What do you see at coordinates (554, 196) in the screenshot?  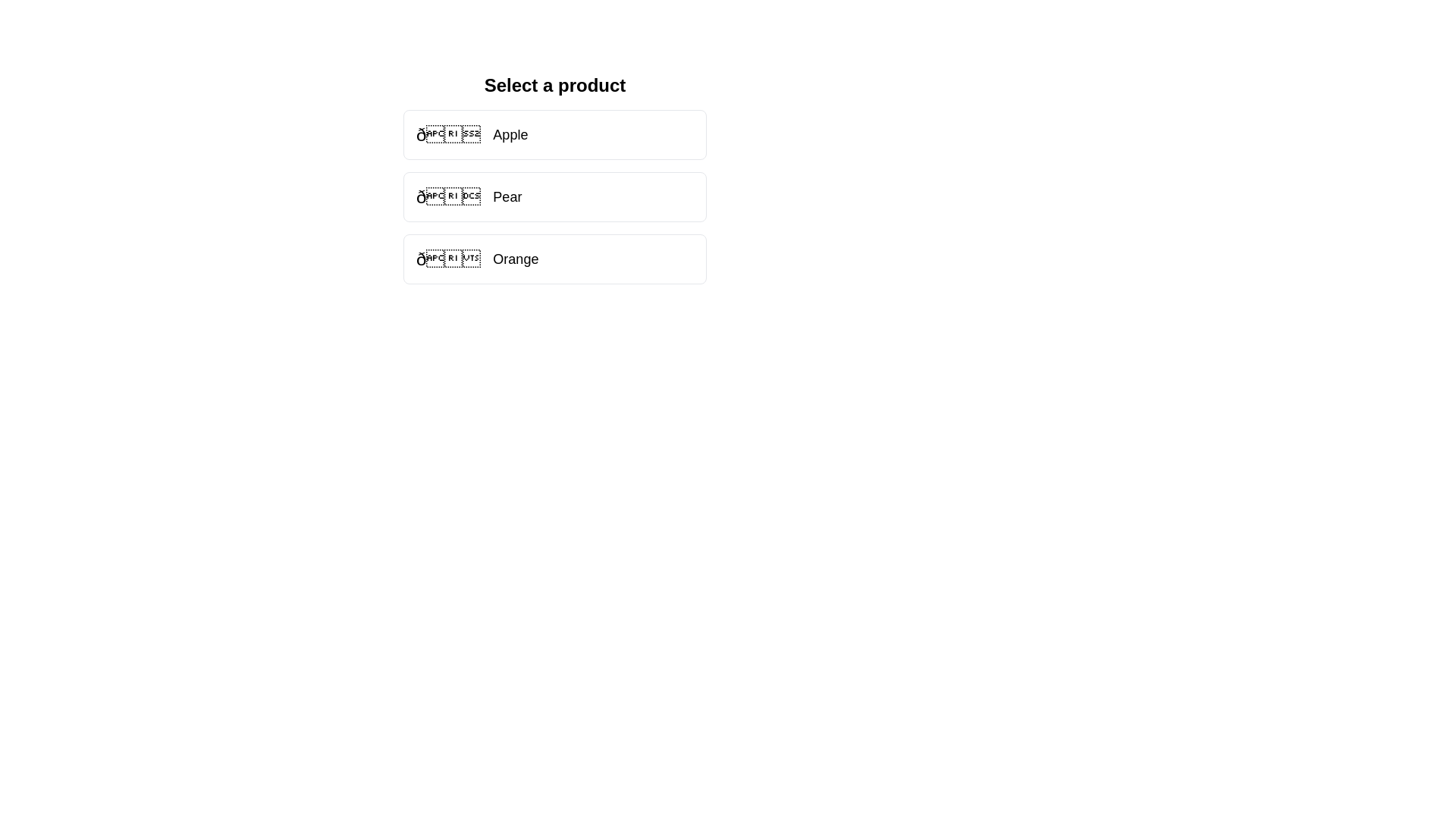 I see `the second item labeled 'Pear' in the list titled 'Select a product'` at bounding box center [554, 196].